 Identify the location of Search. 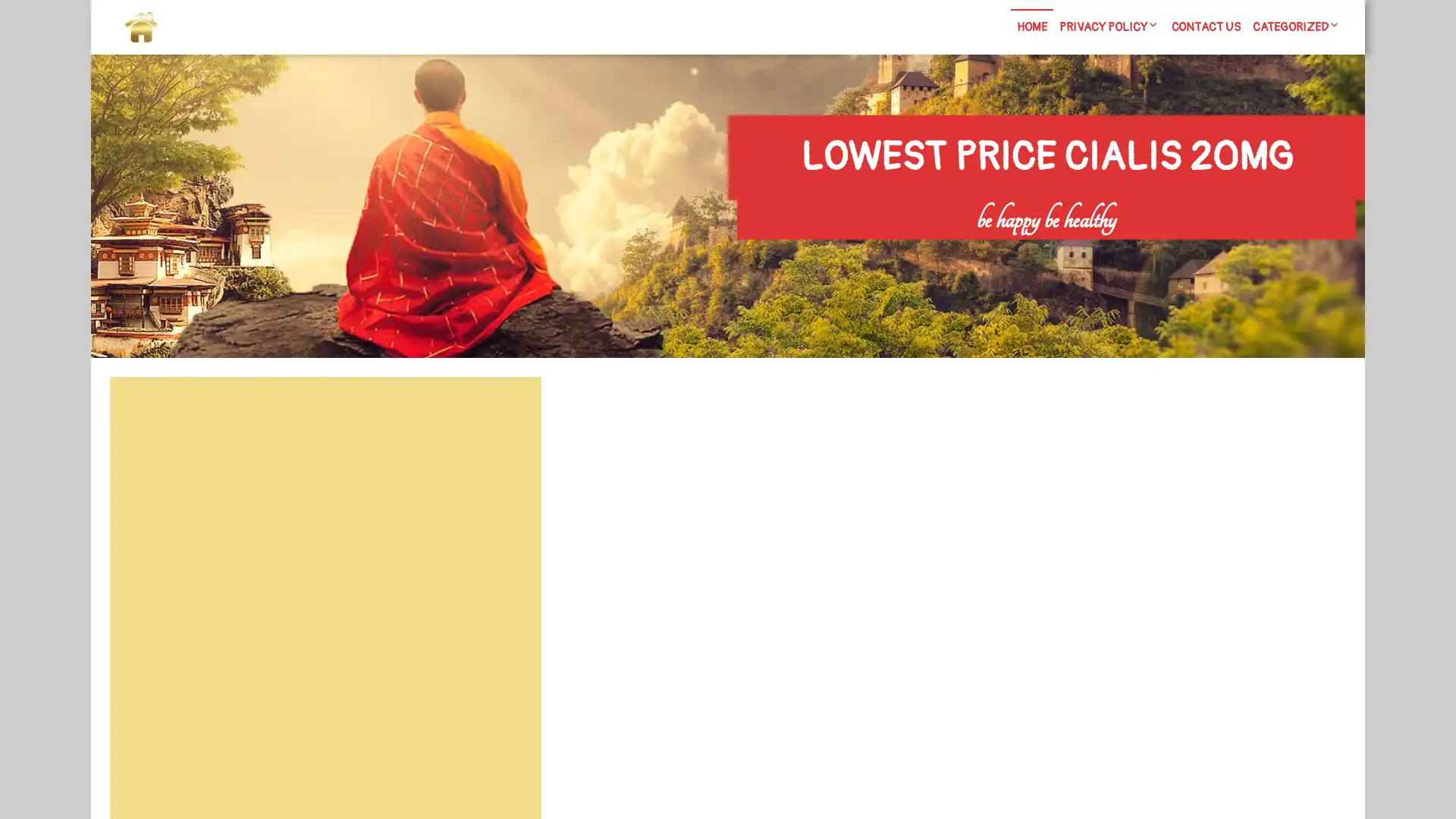
(506, 413).